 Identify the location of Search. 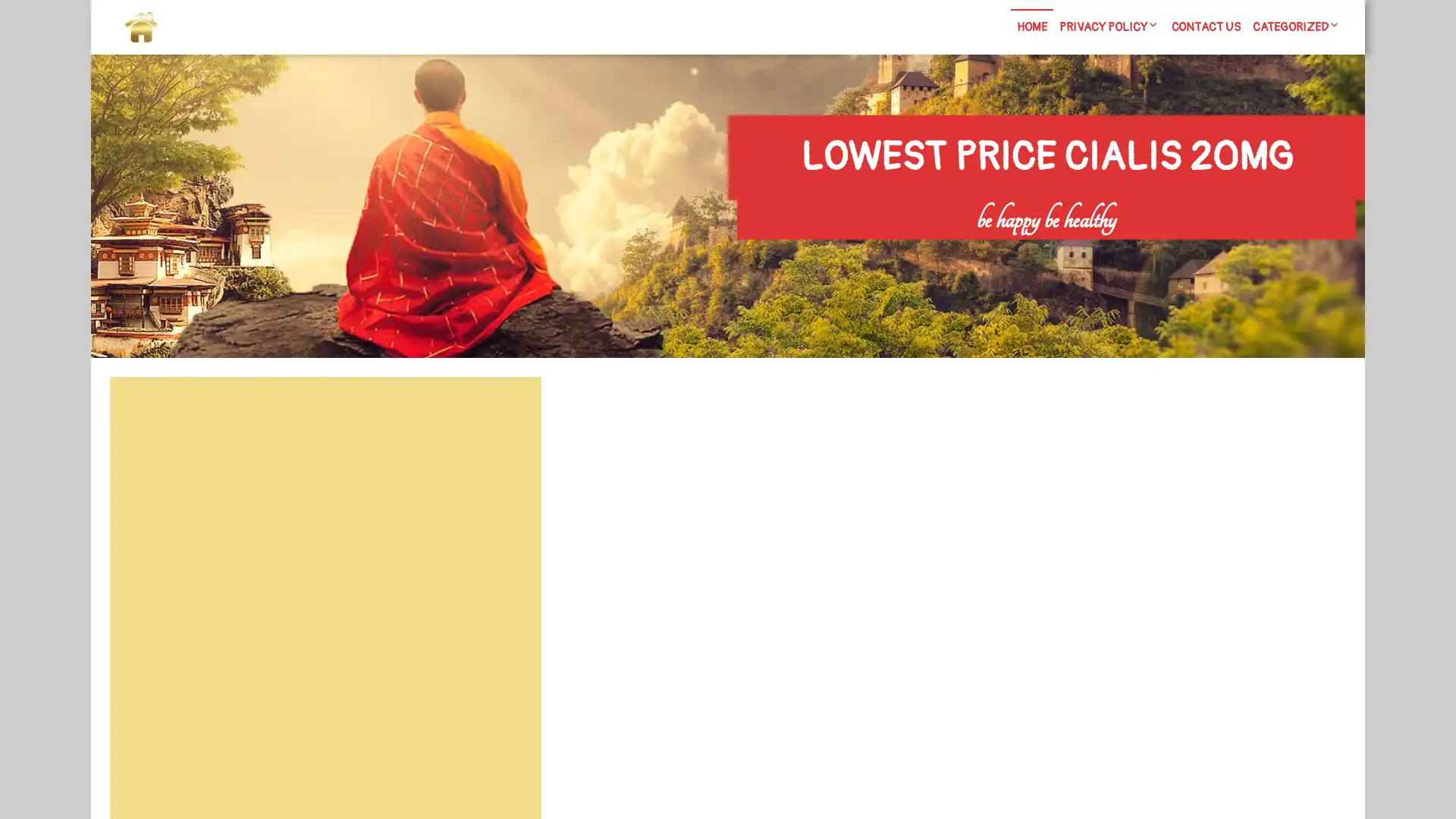
(506, 413).